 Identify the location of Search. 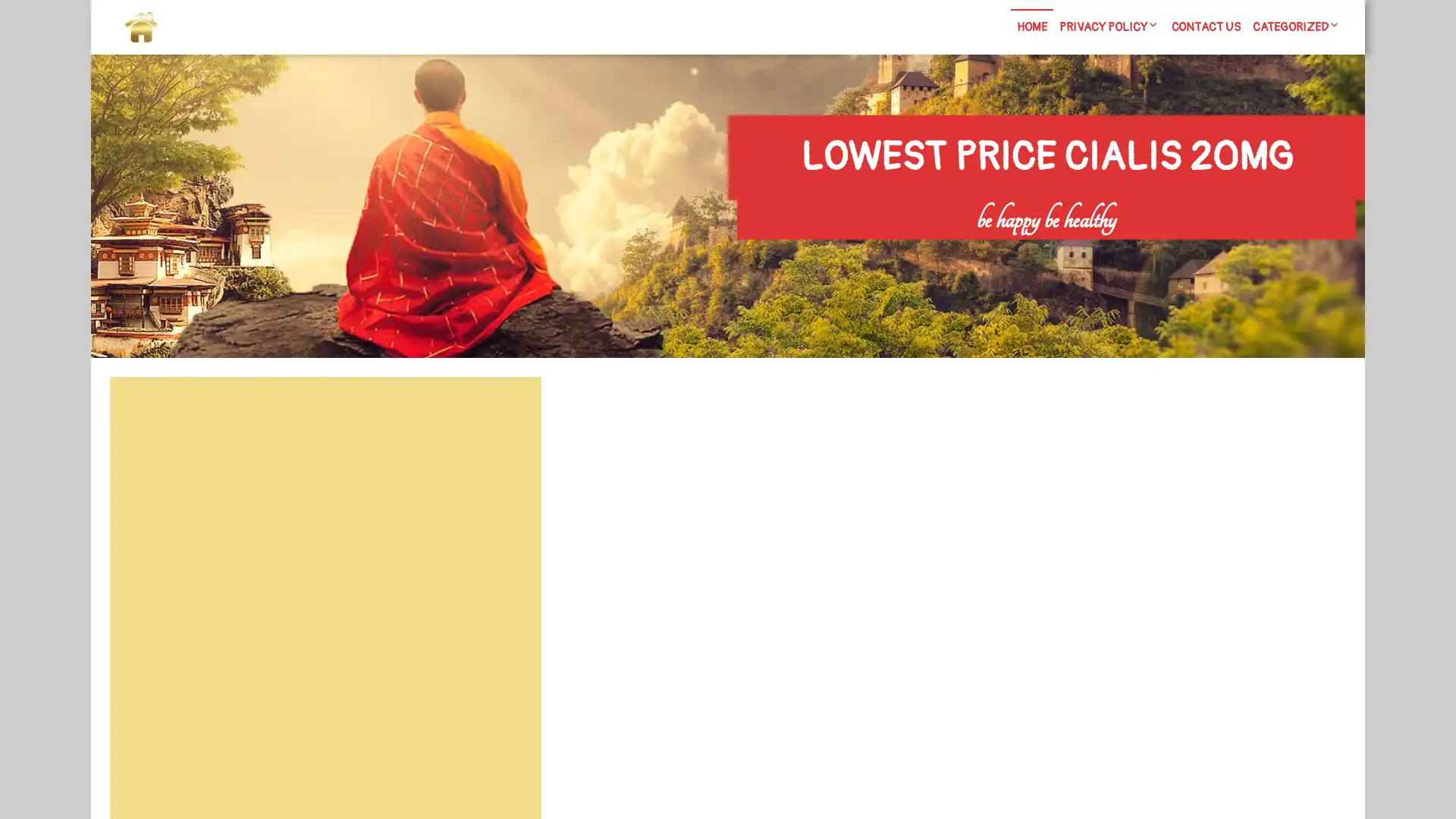
(506, 413).